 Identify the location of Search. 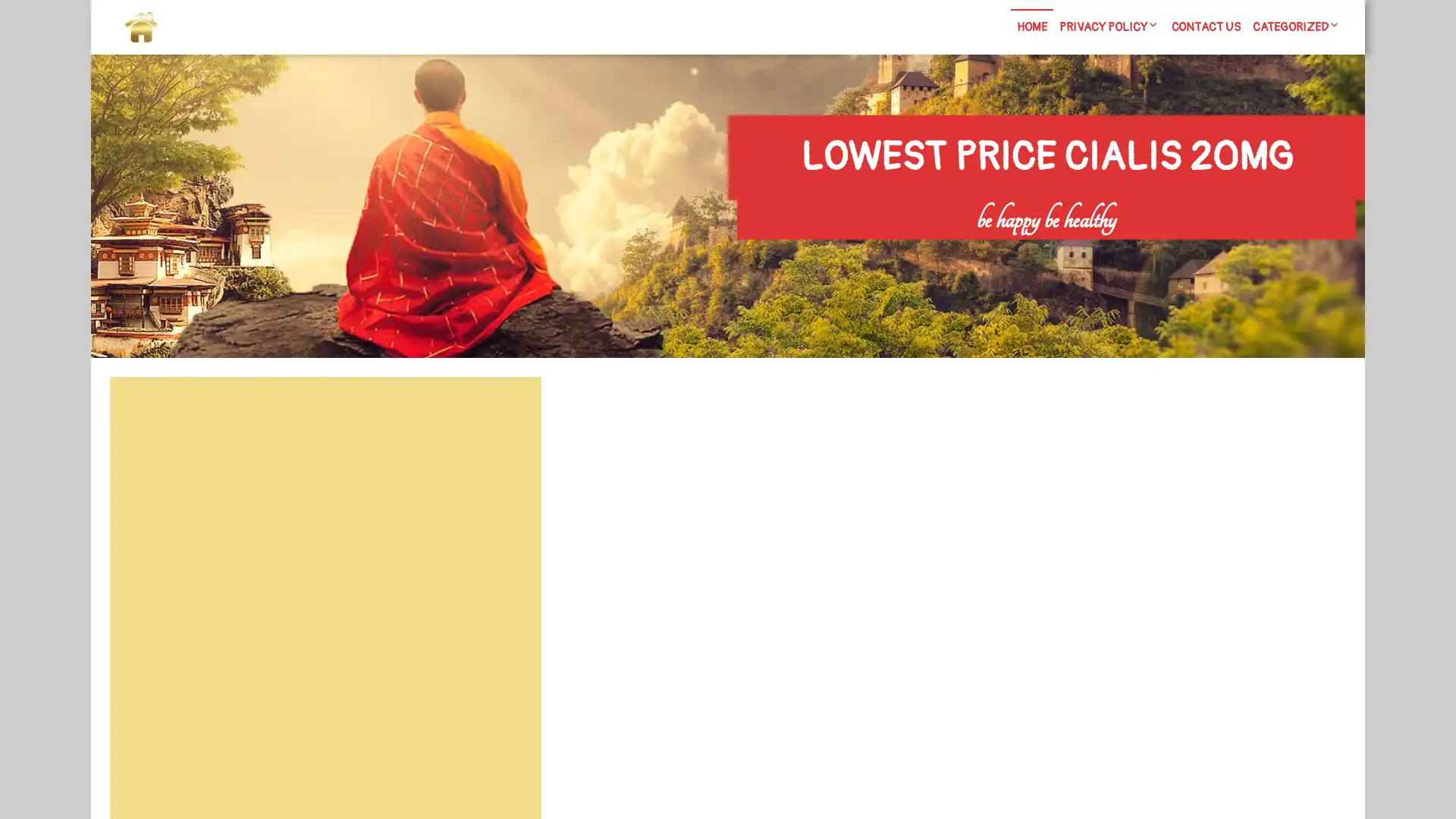
(506, 413).